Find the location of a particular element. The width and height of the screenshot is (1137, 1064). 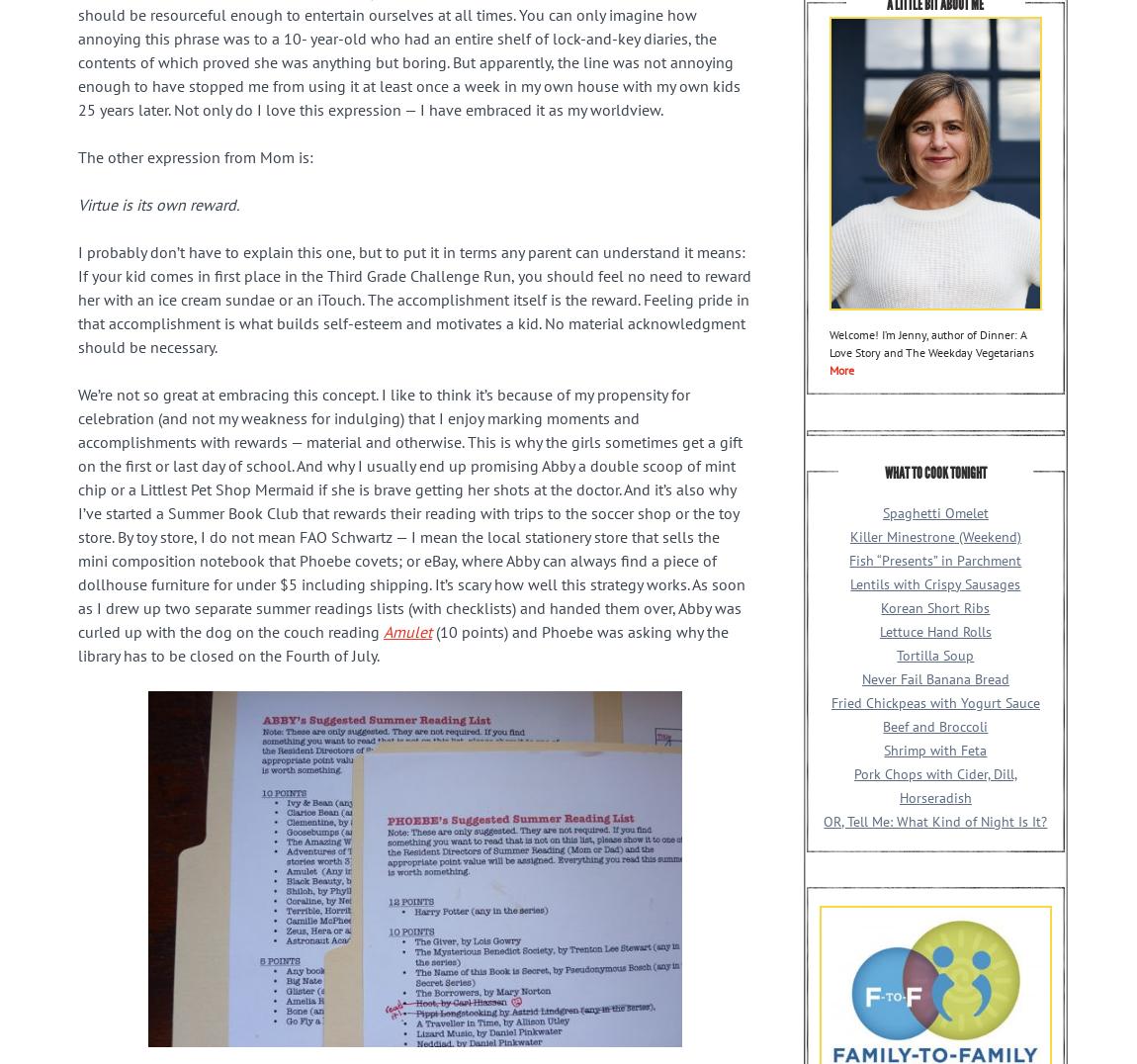

'Welcome! I’m Jenny, author of Dinner: A Love Story and The Weekday Vegetarians' is located at coordinates (930, 342).